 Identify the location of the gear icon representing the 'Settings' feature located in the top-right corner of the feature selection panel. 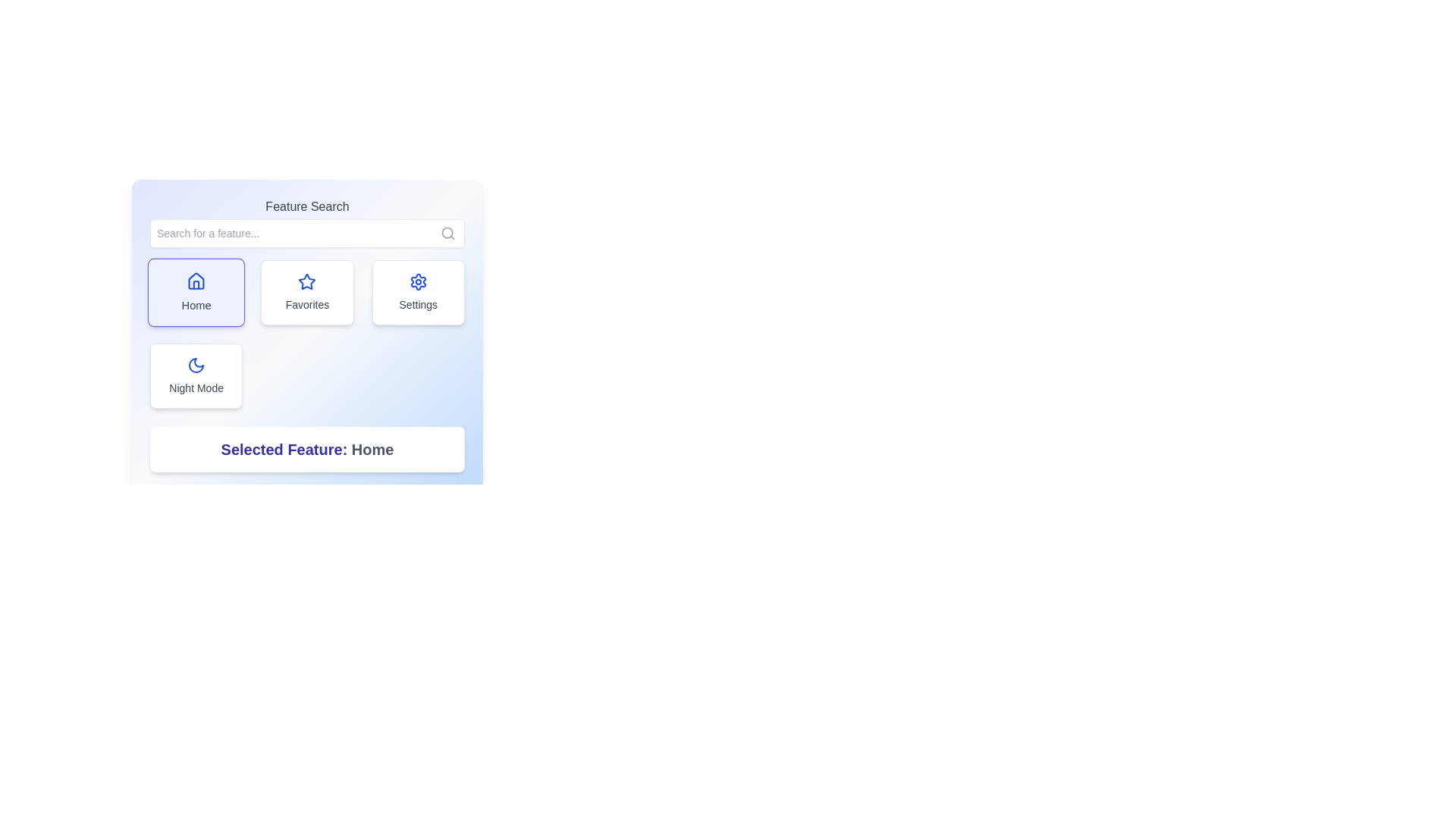
(418, 281).